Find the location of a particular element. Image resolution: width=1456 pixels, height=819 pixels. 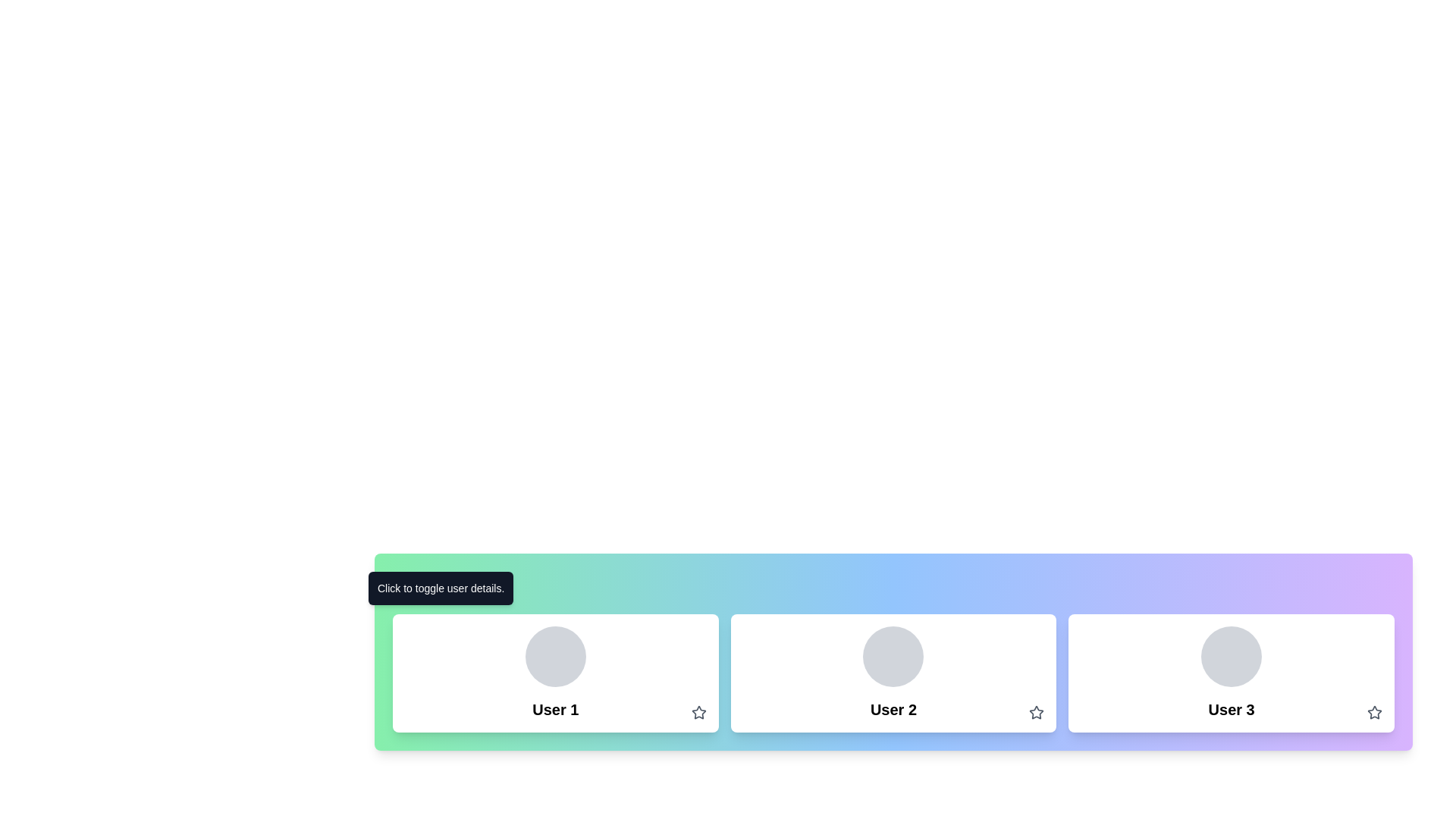

the star-shaped icon in the bottom-right corner of the 'User 1' card is located at coordinates (698, 713).